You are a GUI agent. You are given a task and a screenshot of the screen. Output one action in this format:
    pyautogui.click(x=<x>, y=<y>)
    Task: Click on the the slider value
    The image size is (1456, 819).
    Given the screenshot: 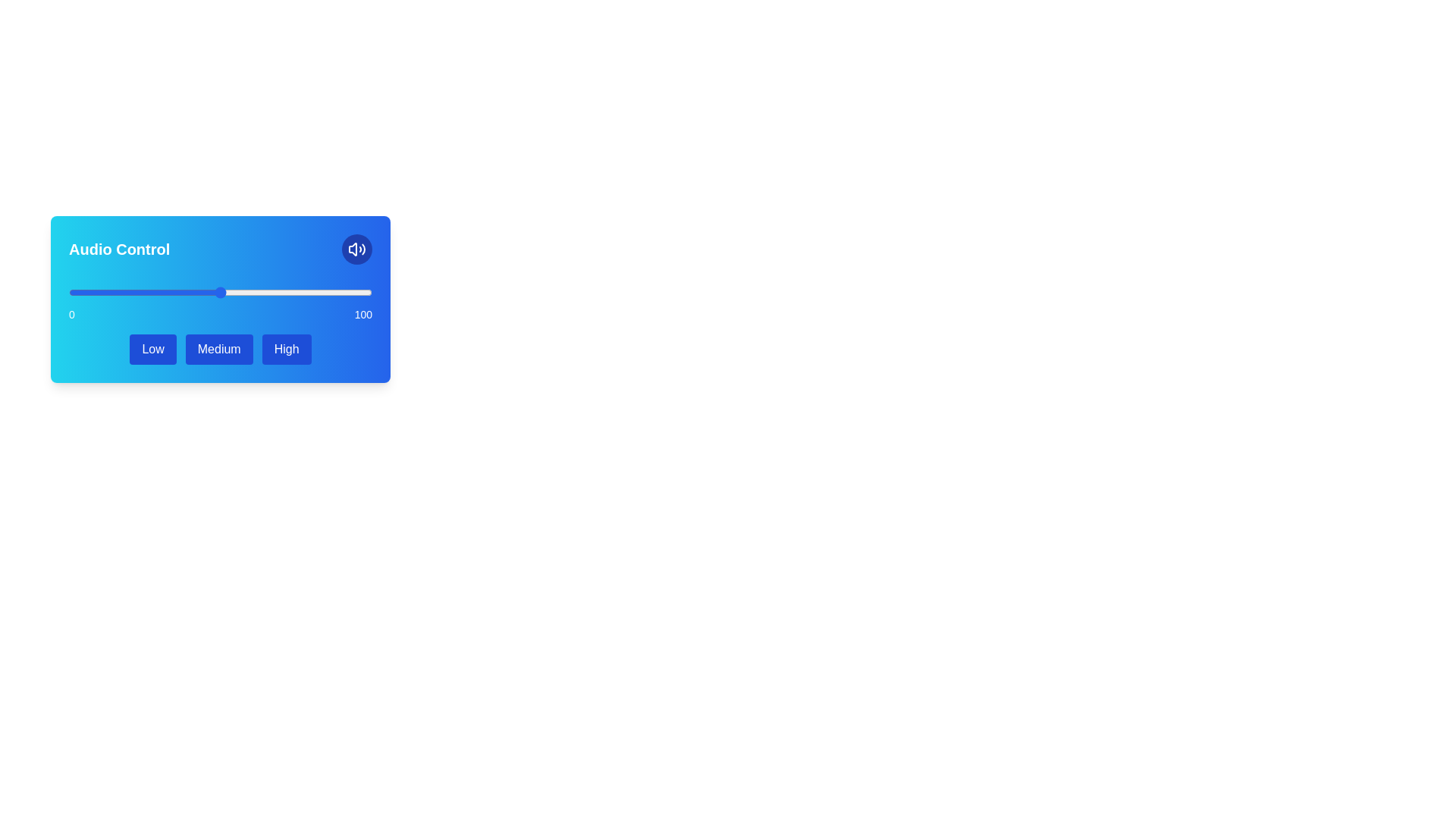 What is the action you would take?
    pyautogui.click(x=181, y=292)
    